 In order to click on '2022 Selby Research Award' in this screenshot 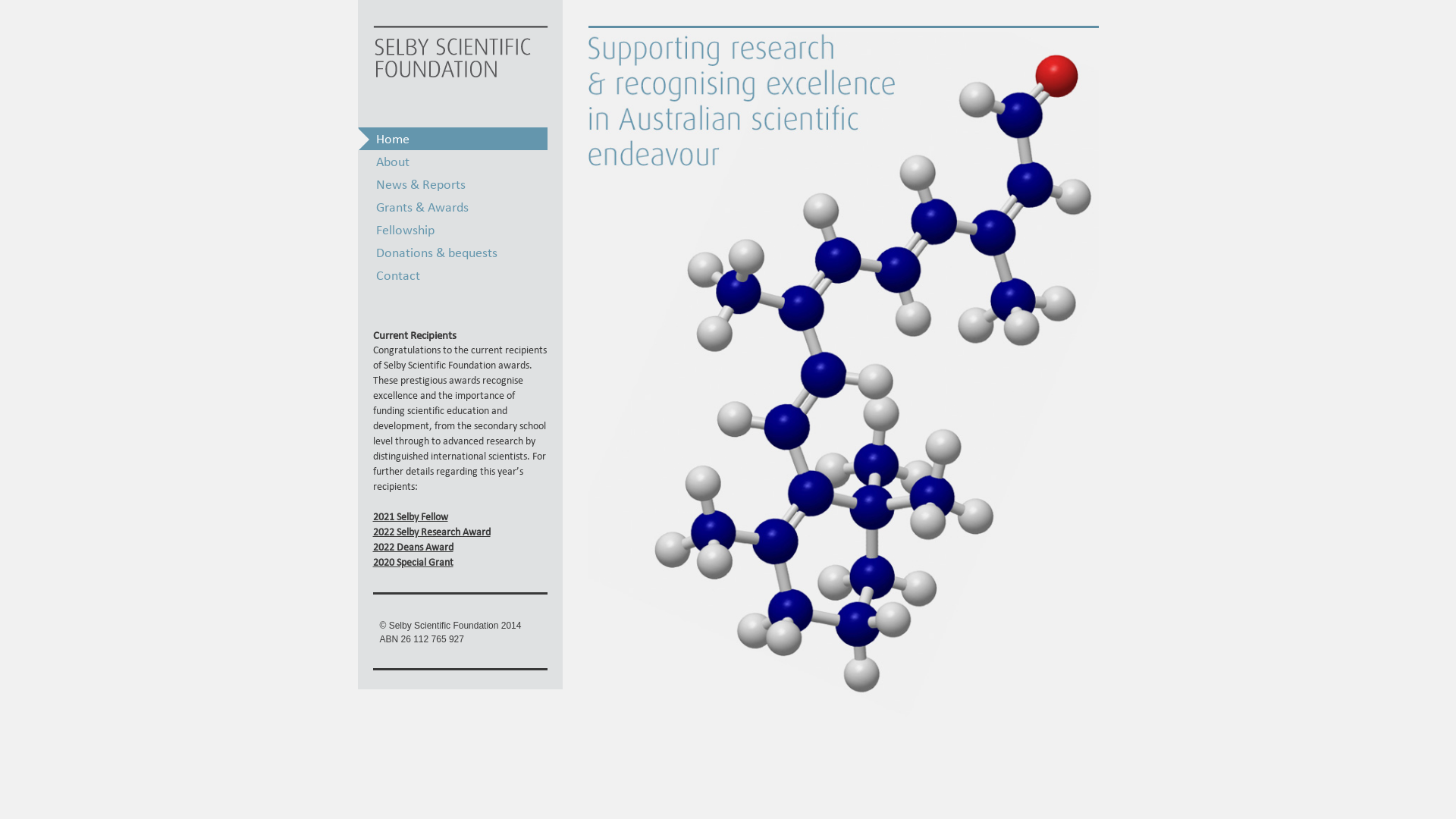, I will do `click(459, 532)`.